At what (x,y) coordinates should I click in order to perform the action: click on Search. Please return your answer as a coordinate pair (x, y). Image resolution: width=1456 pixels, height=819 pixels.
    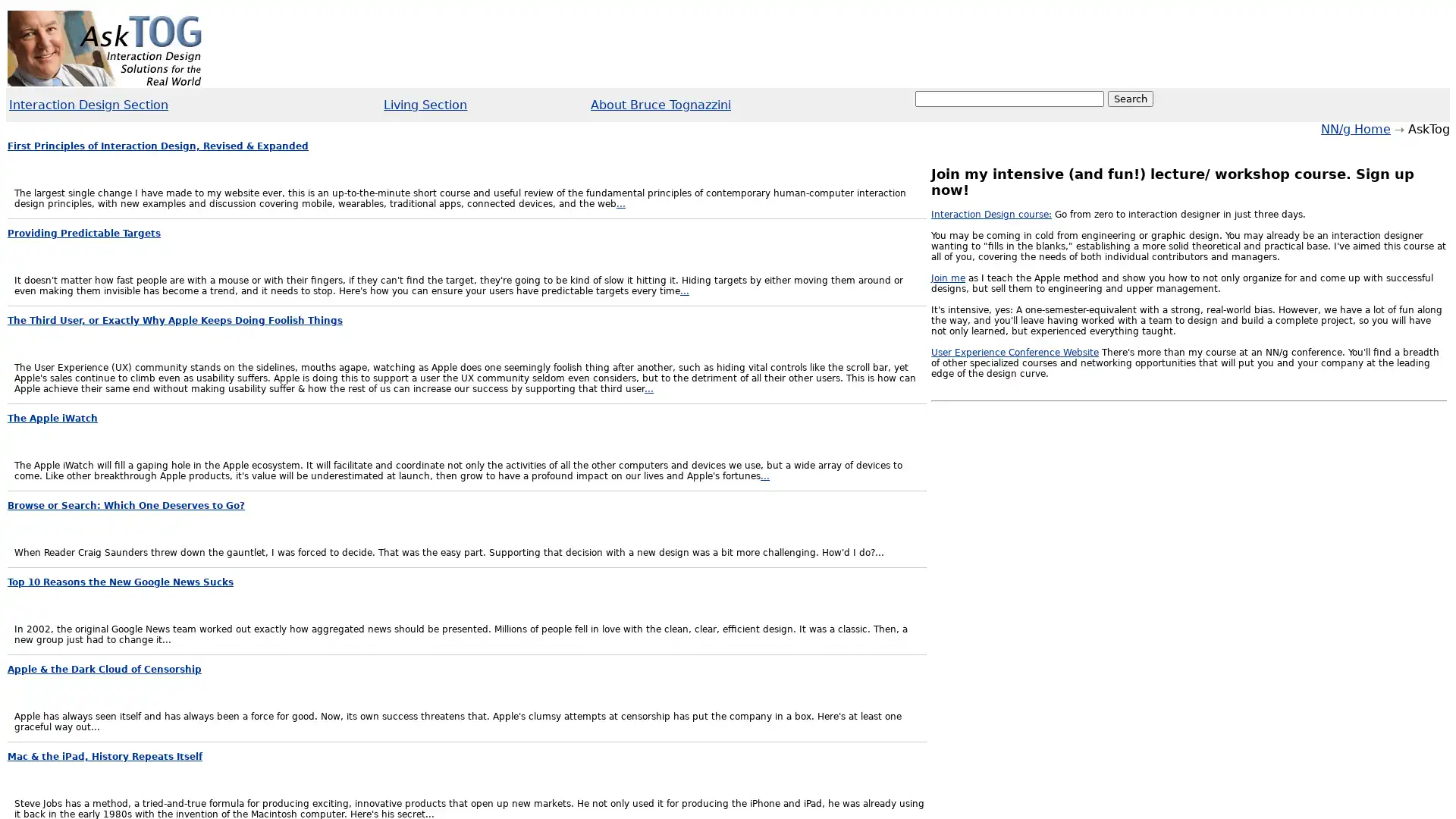
    Looking at the image, I should click on (1129, 99).